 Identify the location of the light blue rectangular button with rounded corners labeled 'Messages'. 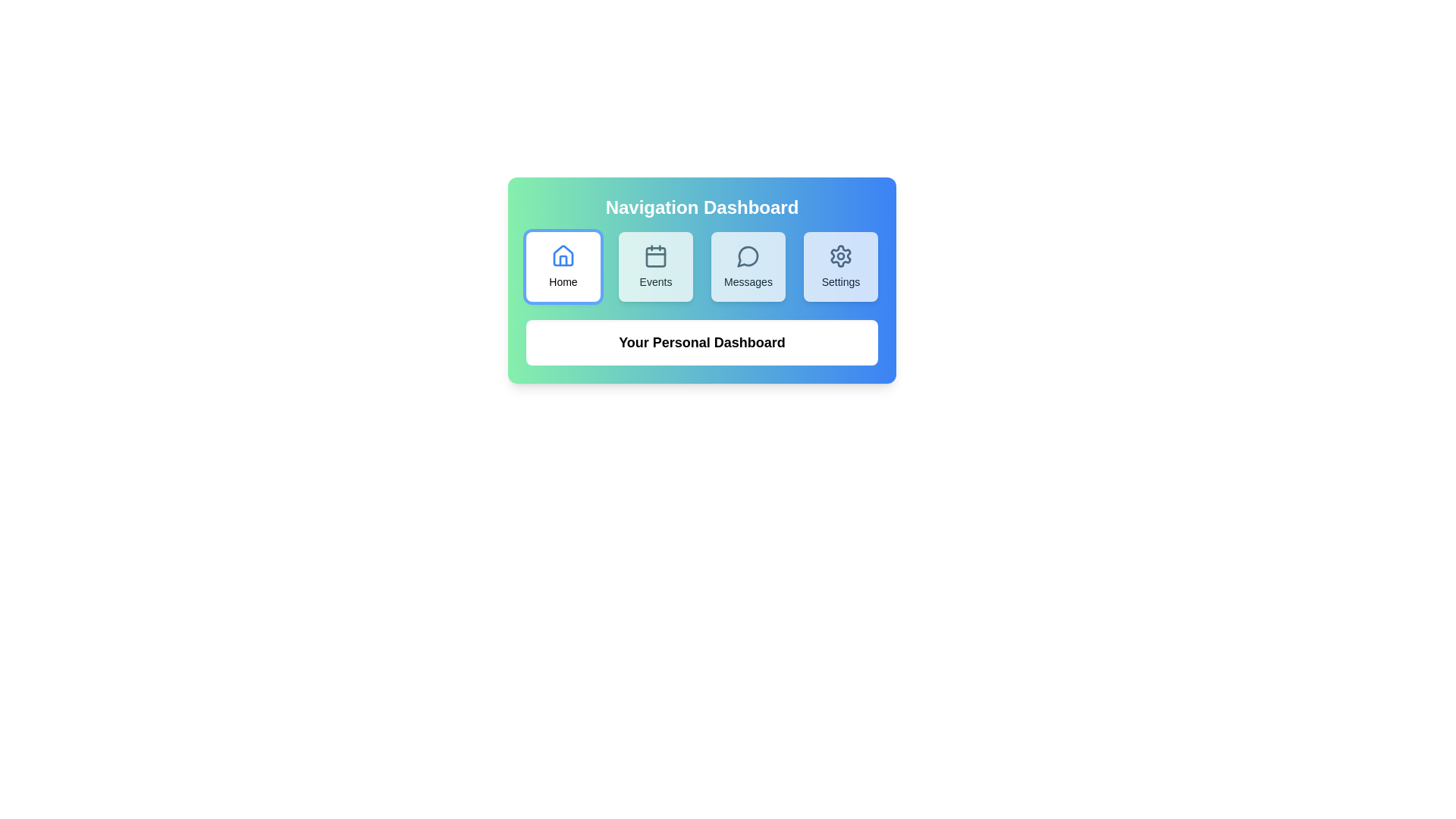
(748, 265).